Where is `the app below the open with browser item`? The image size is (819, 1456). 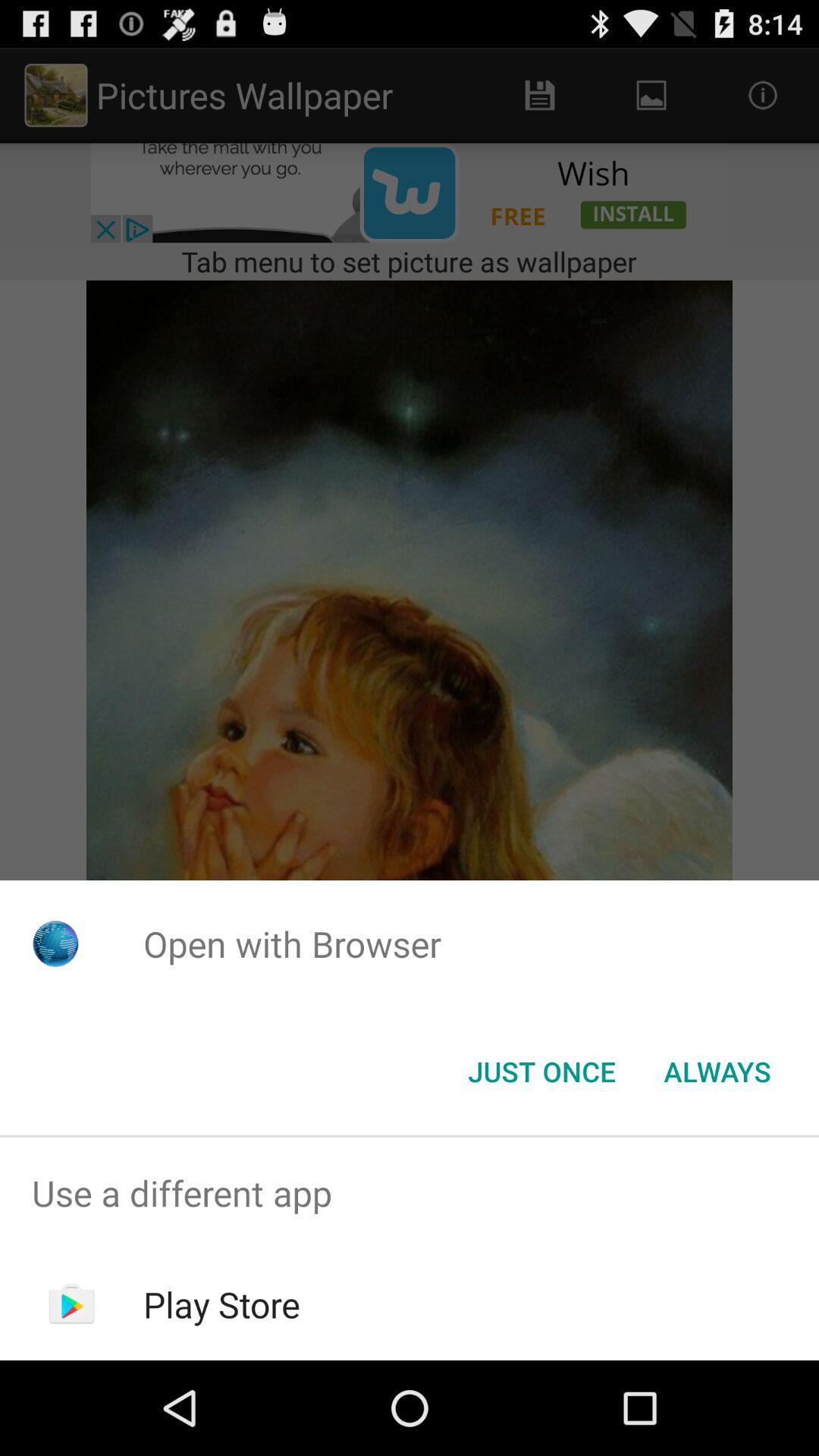
the app below the open with browser item is located at coordinates (541, 1070).